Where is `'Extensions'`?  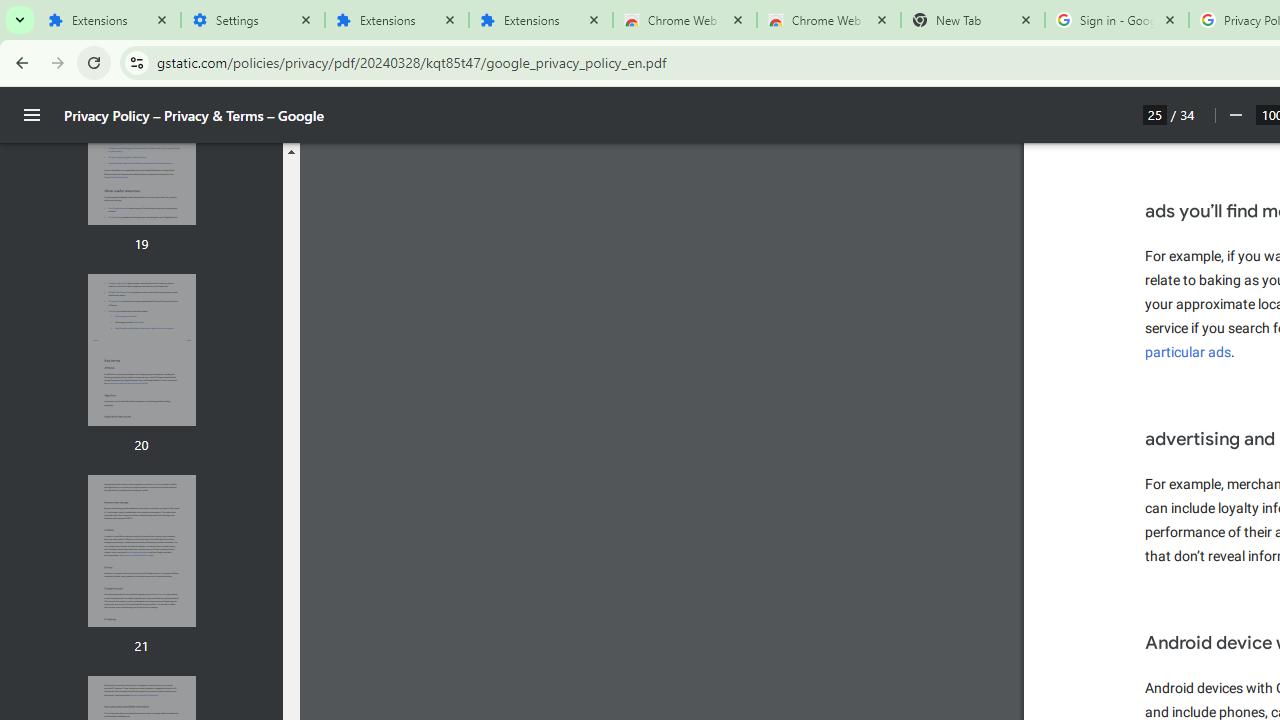
'Extensions' is located at coordinates (540, 20).